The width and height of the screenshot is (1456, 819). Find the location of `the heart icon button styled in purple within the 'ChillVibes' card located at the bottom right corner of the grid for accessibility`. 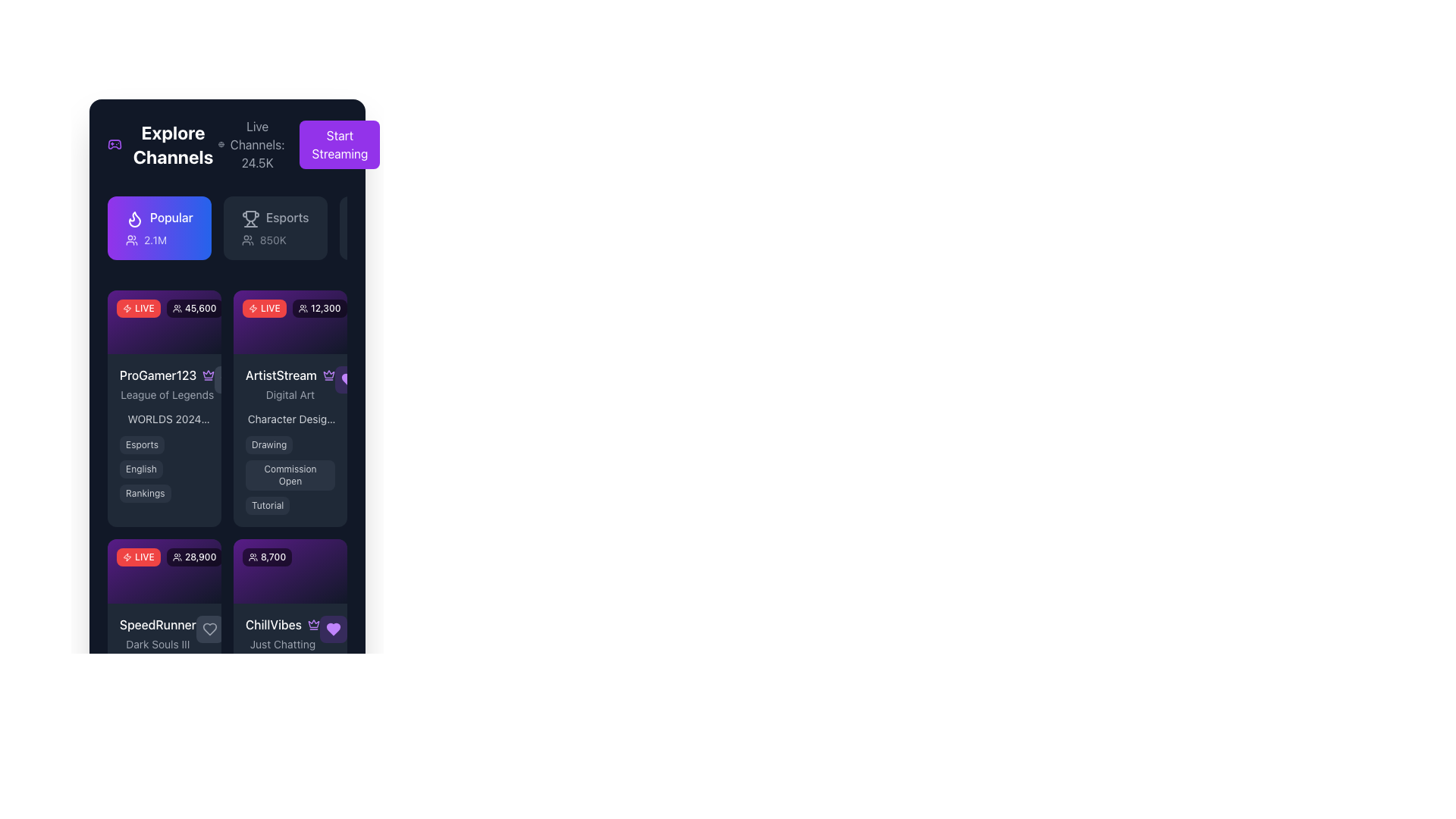

the heart icon button styled in purple within the 'ChillVibes' card located at the bottom right corner of the grid for accessibility is located at coordinates (332, 629).